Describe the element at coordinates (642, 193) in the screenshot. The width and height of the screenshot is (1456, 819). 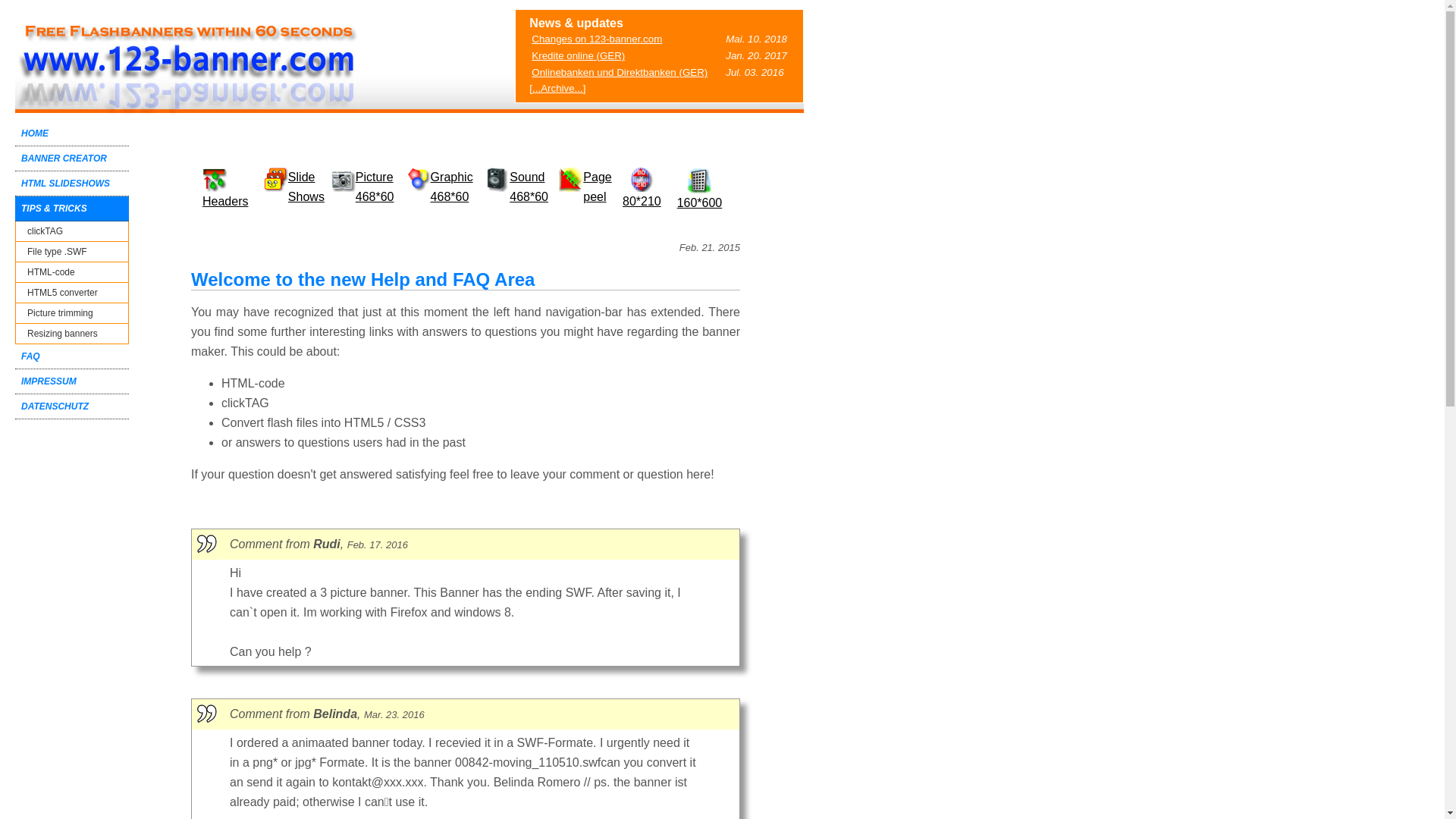
I see `'80*210'` at that location.